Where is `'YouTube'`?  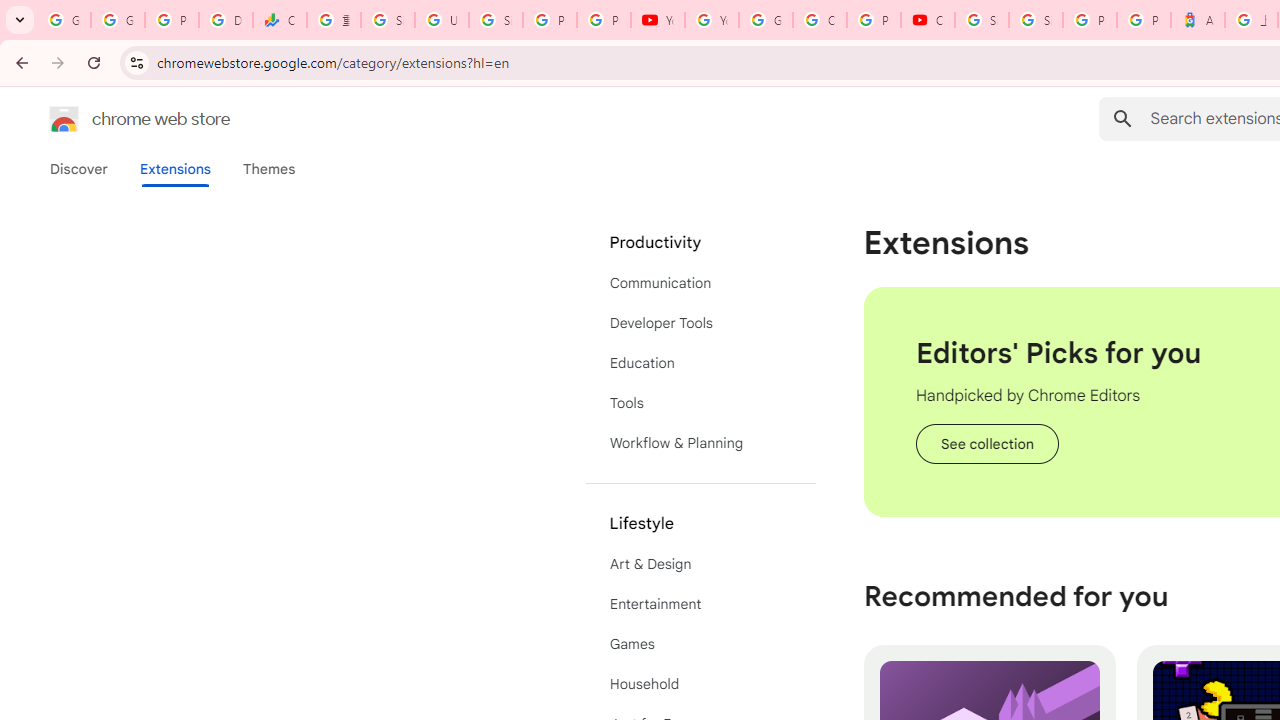 'YouTube' is located at coordinates (657, 20).